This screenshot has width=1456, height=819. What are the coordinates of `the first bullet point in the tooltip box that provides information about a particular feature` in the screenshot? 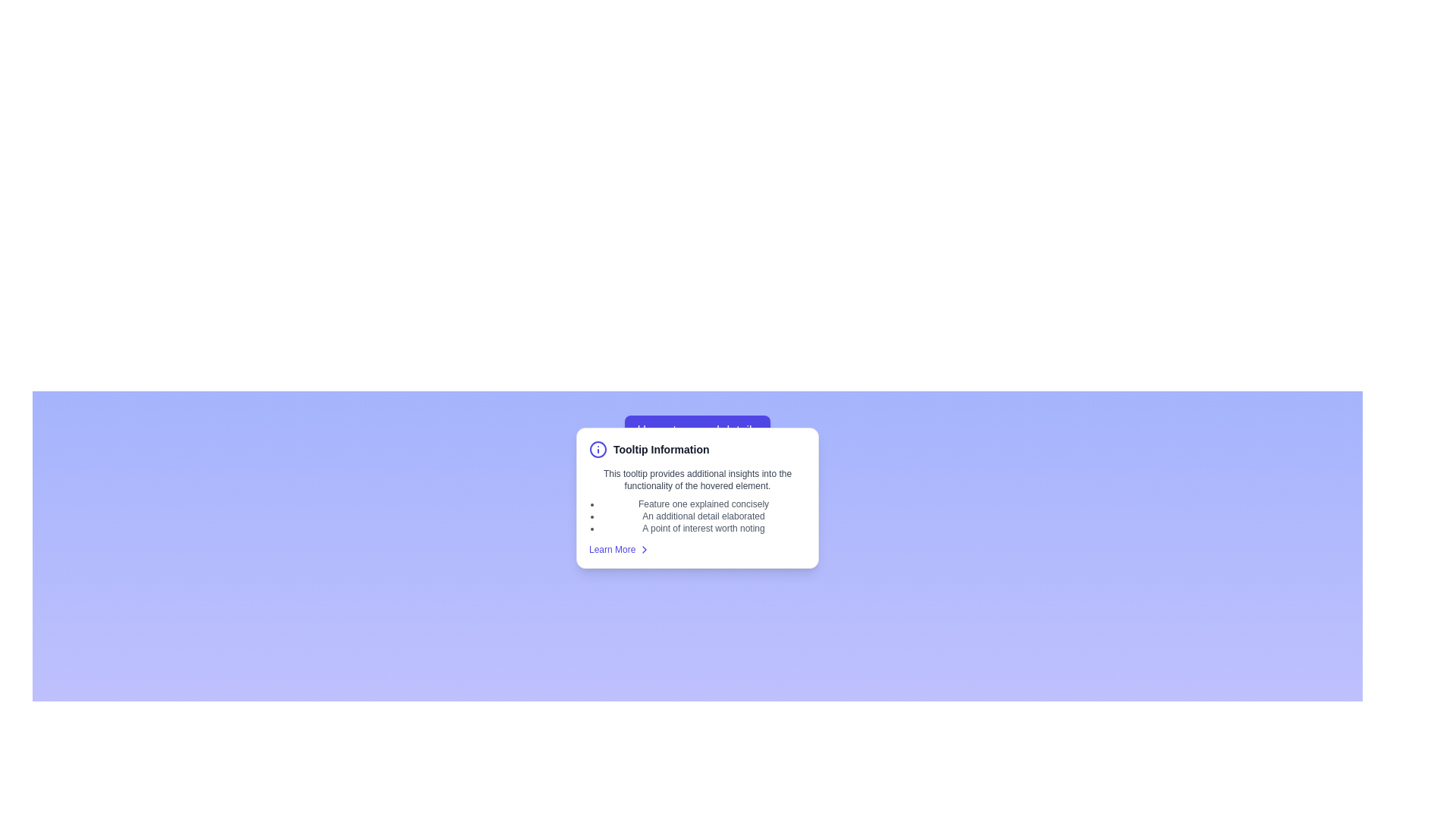 It's located at (702, 504).